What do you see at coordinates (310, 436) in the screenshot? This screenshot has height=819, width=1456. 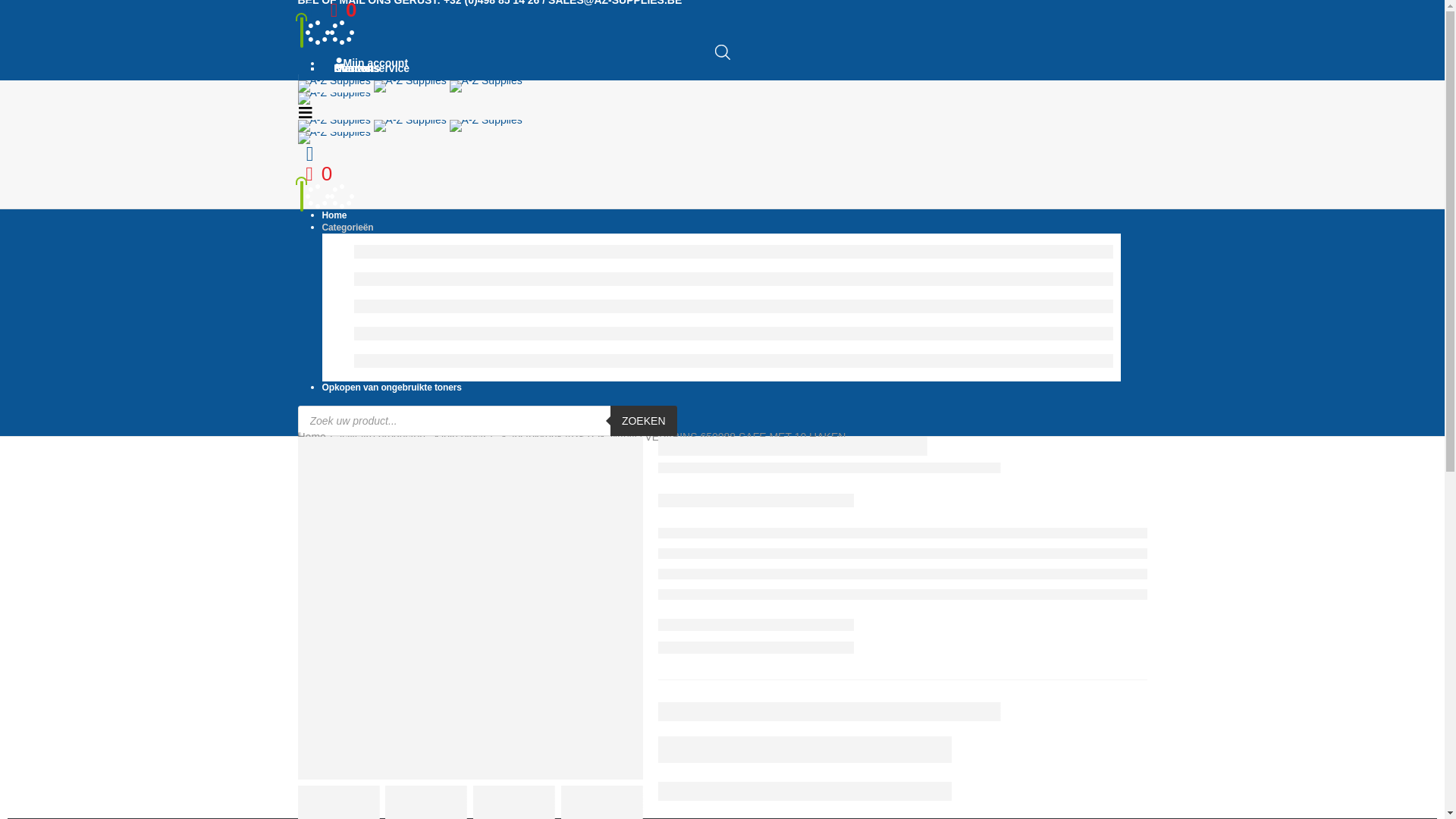 I see `'Home'` at bounding box center [310, 436].